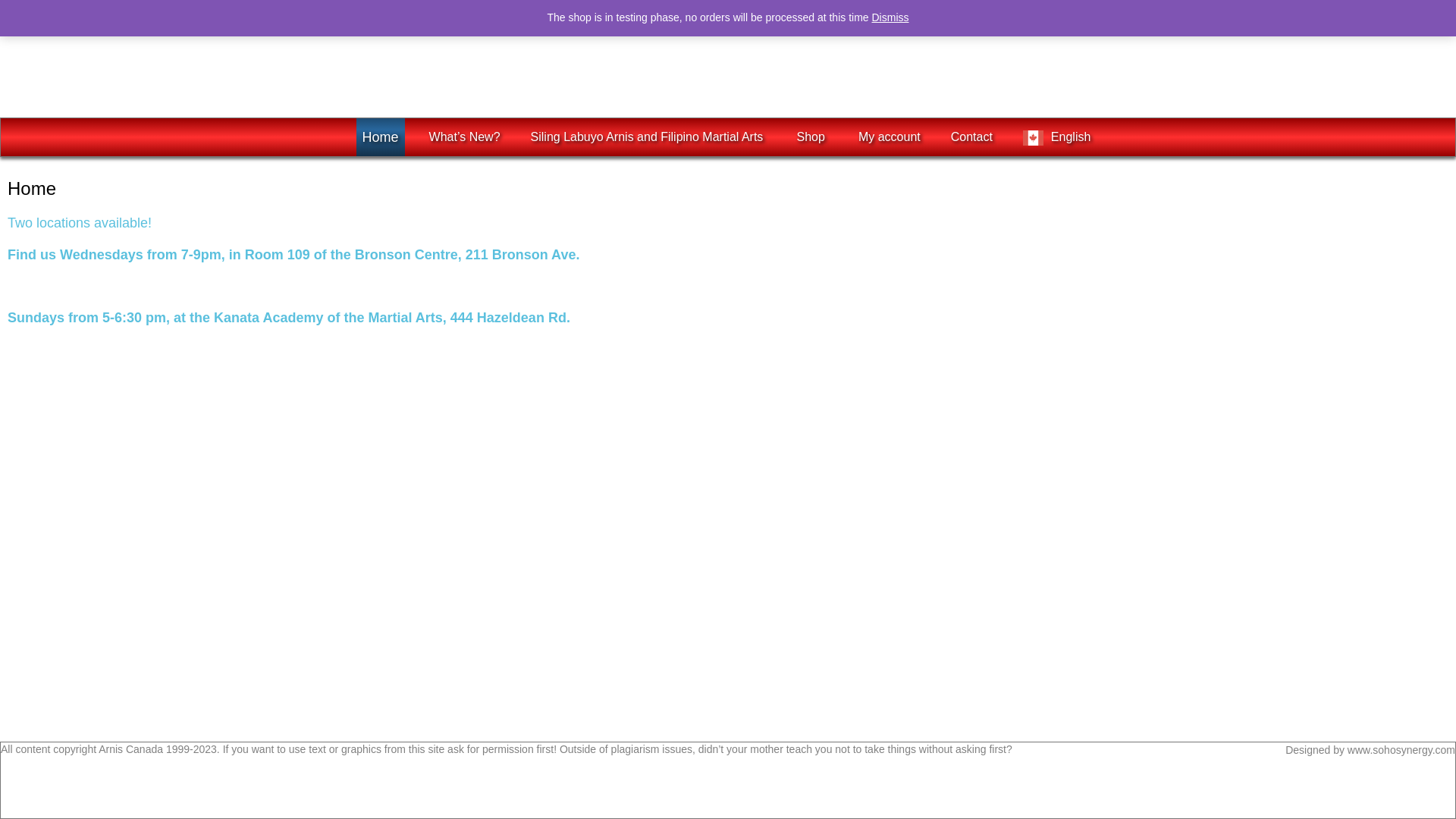 The height and width of the screenshot is (819, 1456). Describe the element at coordinates (890, 17) in the screenshot. I see `'Dismiss'` at that location.